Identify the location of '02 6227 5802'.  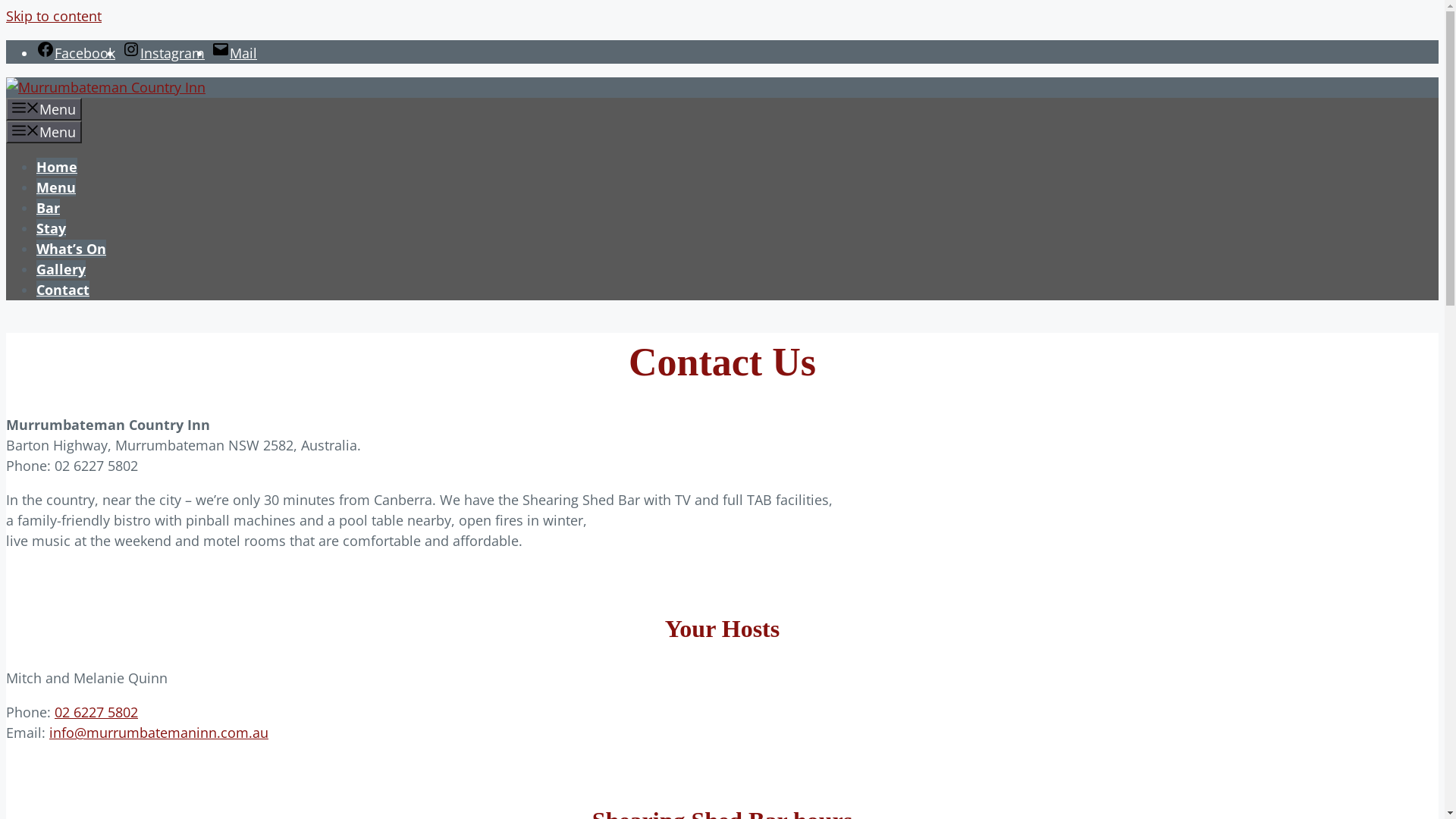
(95, 711).